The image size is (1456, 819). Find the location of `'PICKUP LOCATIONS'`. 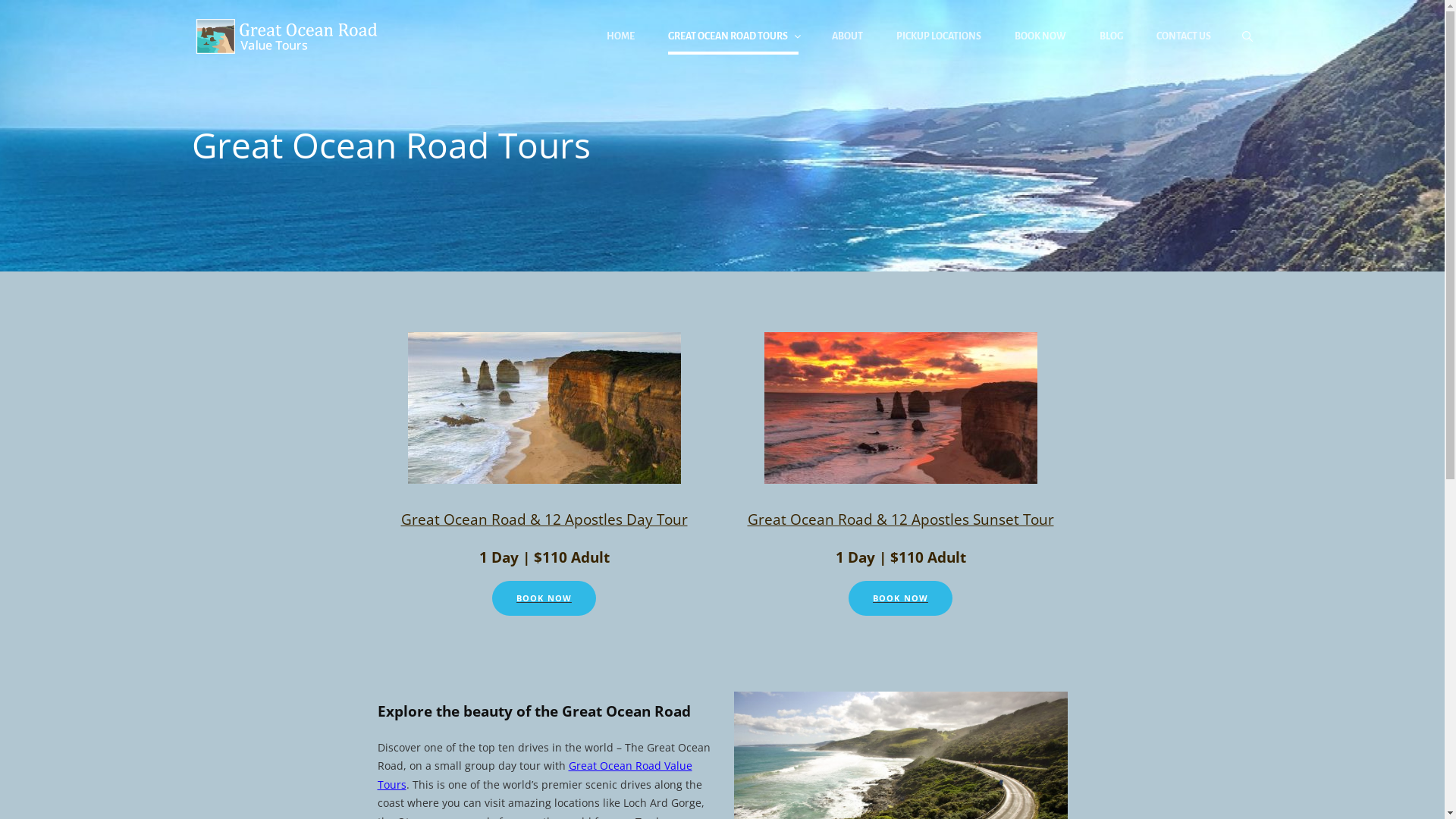

'PICKUP LOCATIONS' is located at coordinates (938, 35).